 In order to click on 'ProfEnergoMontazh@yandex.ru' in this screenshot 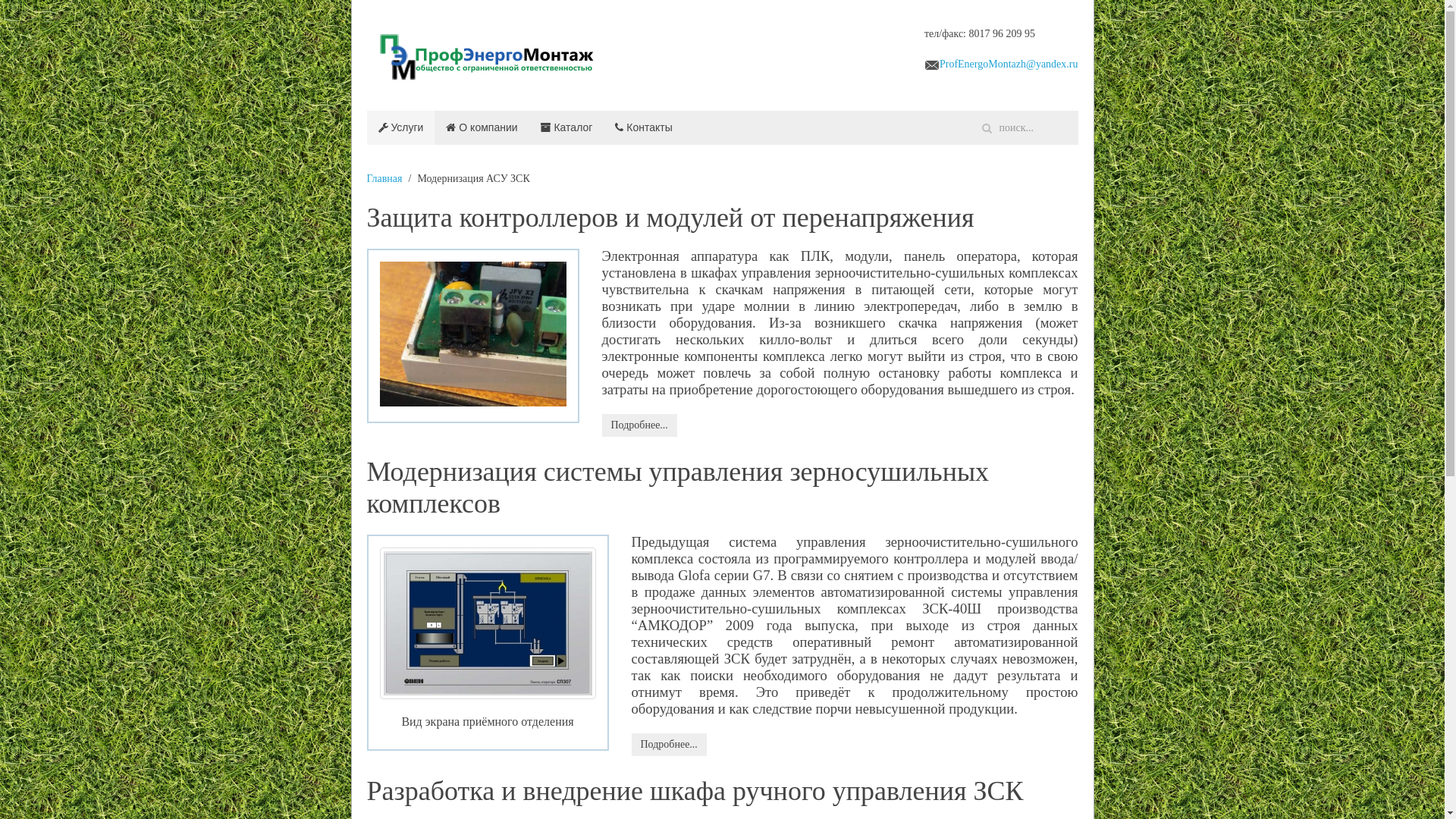, I will do `click(1009, 63)`.